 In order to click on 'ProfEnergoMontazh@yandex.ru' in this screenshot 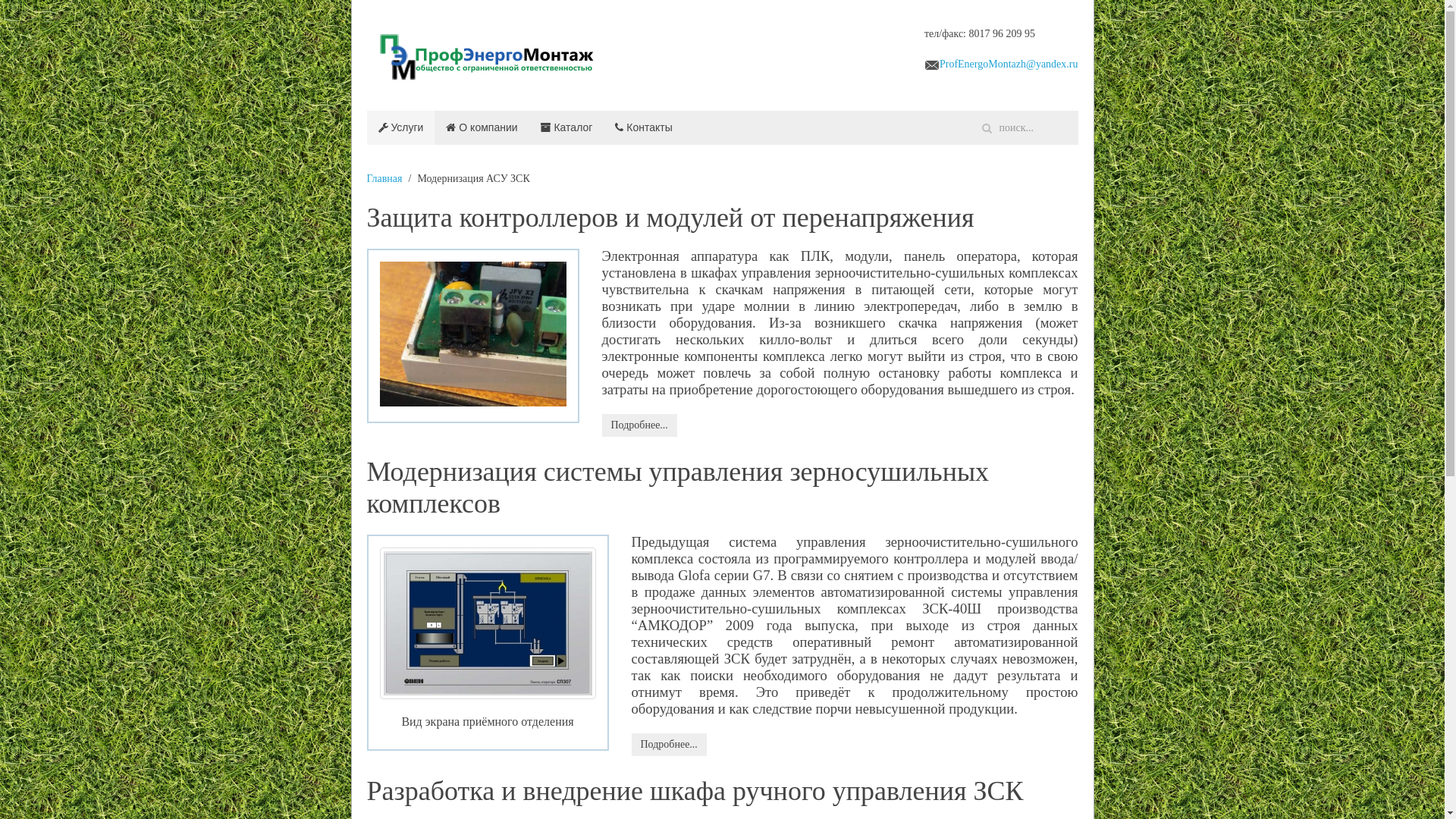, I will do `click(1009, 63)`.